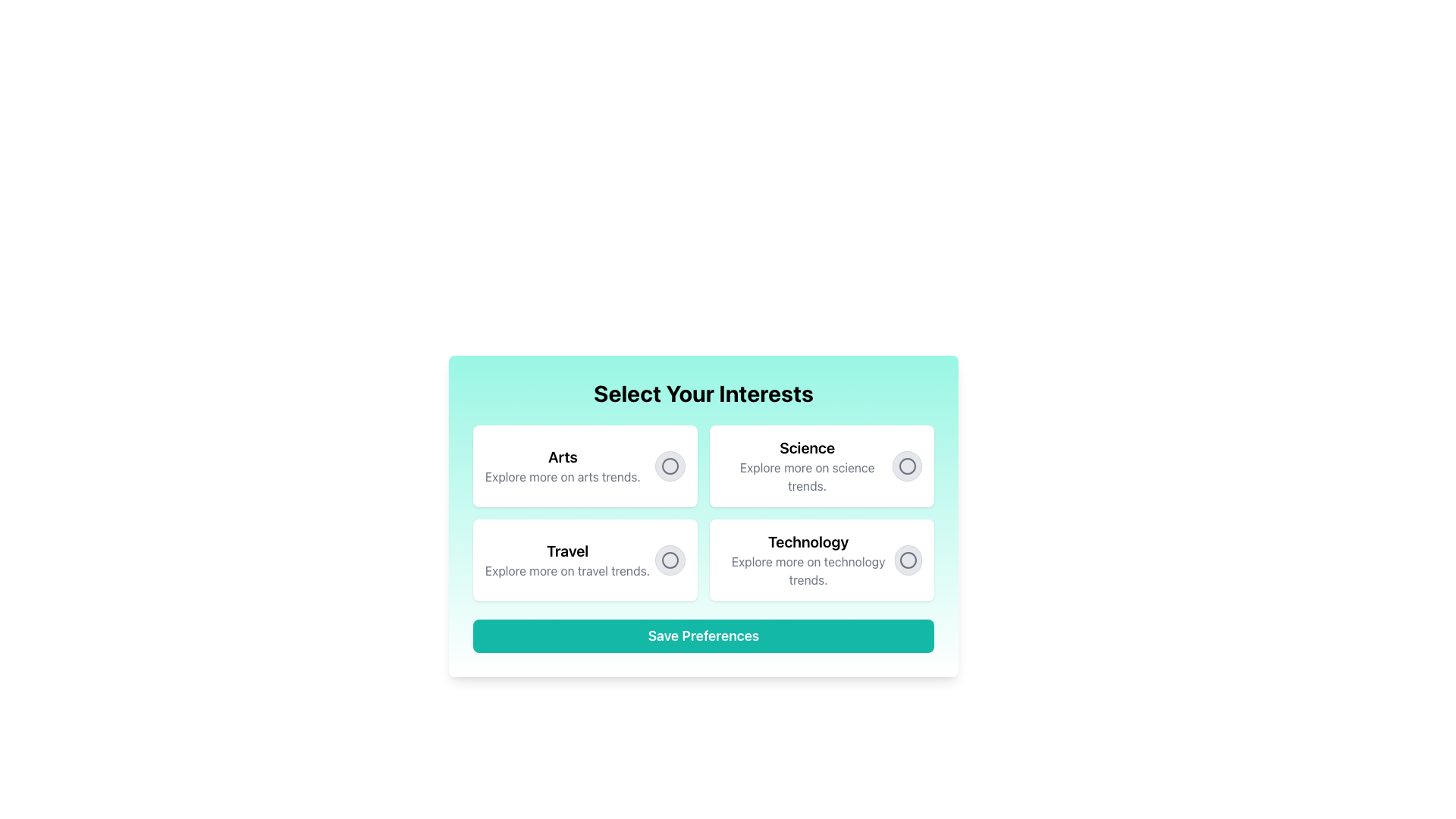  I want to click on the second card in the grid layout, which provides information about 'Science' trends, so click(821, 465).